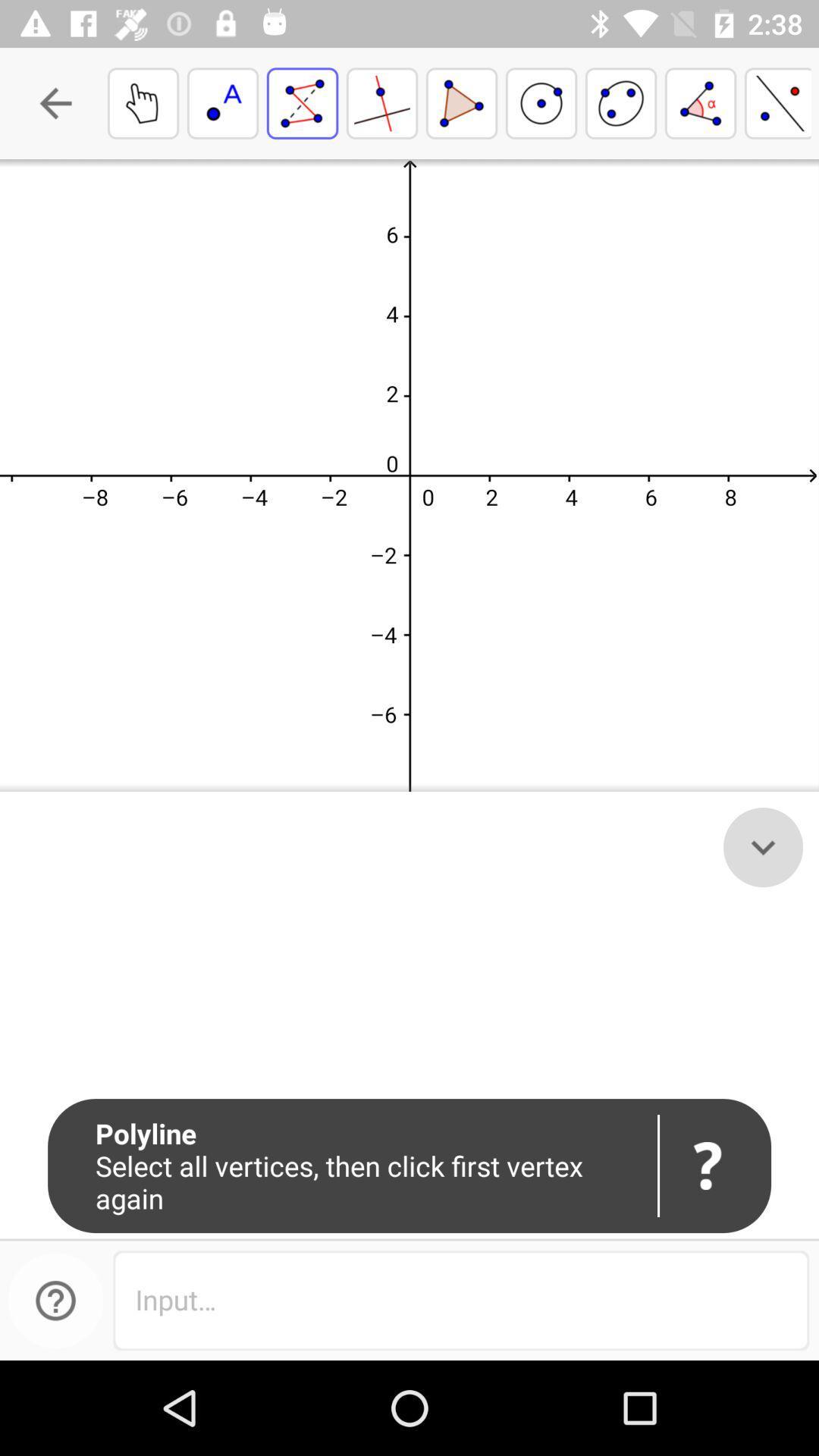  What do you see at coordinates (763, 846) in the screenshot?
I see `the expand_more icon` at bounding box center [763, 846].